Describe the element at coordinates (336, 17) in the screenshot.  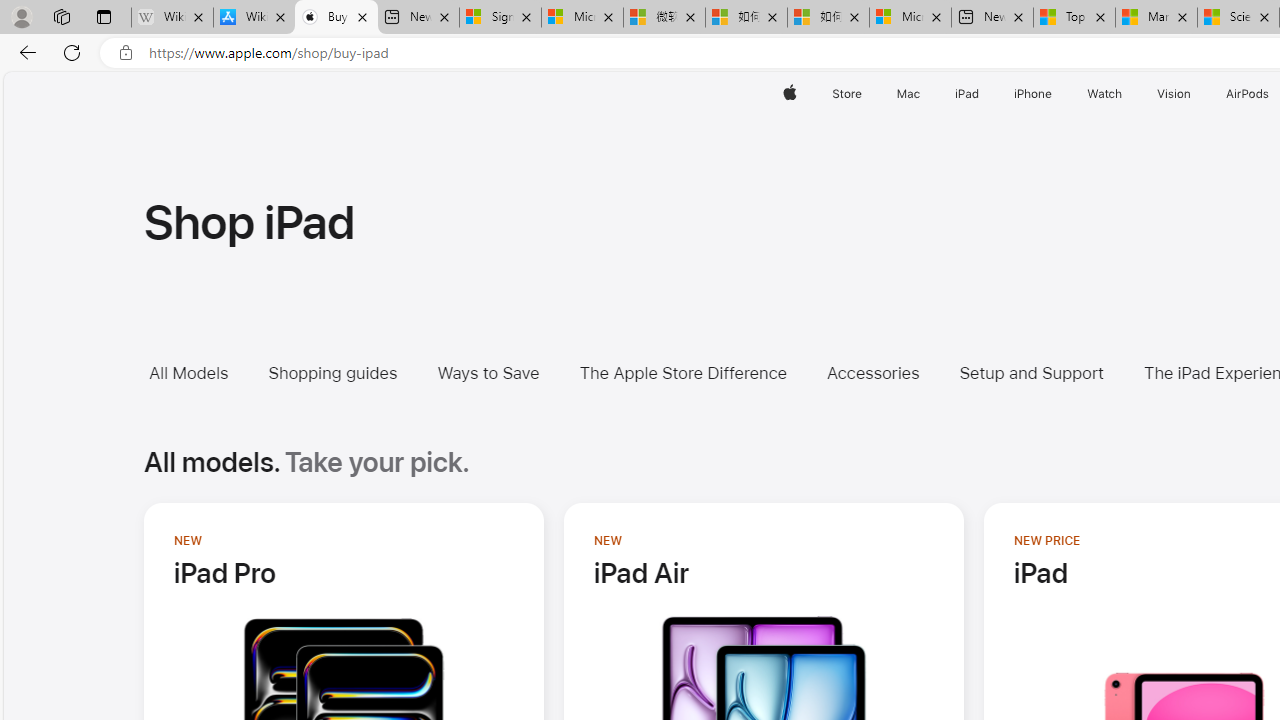
I see `'Buy iPad - Apple'` at that location.